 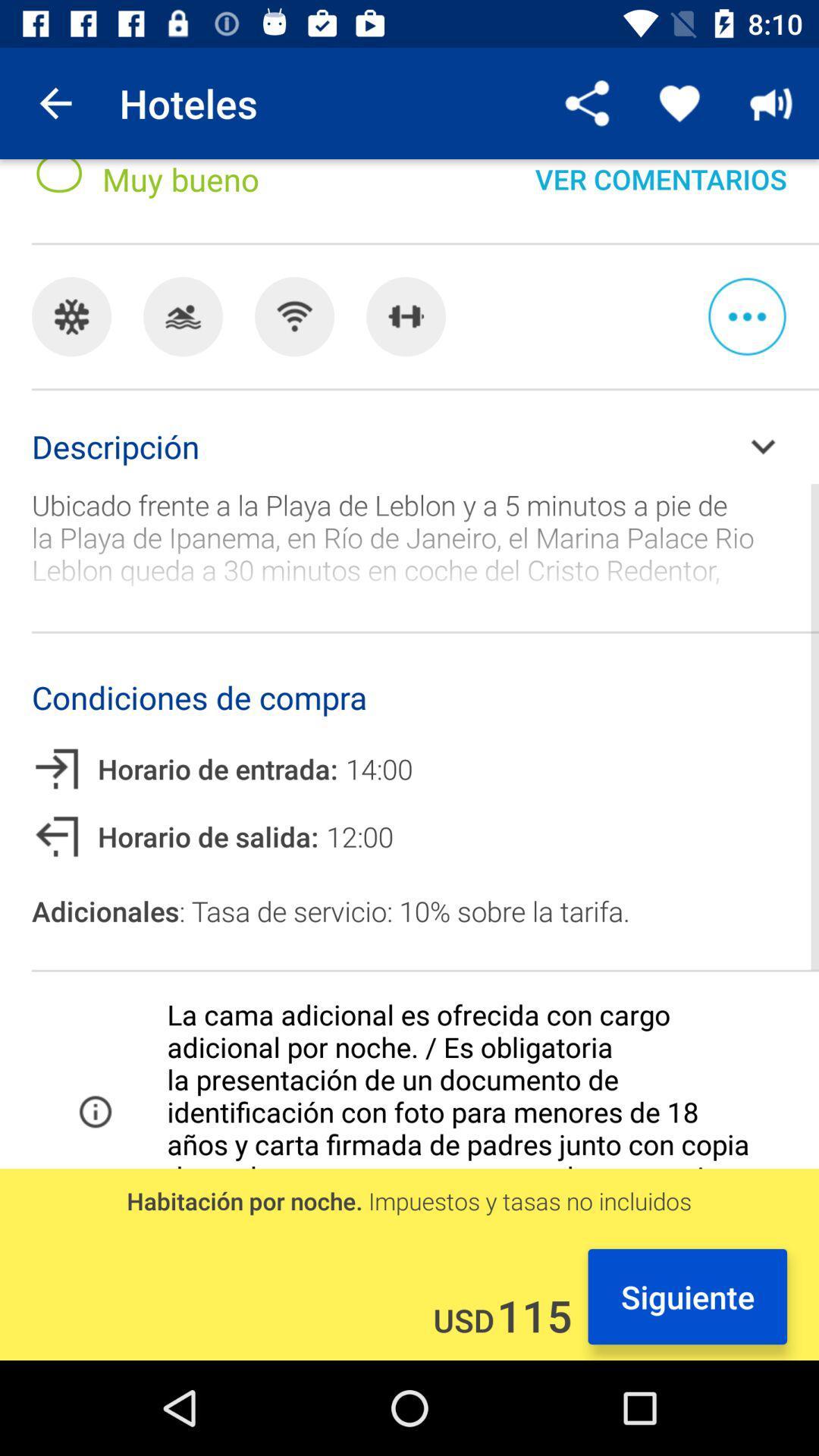 What do you see at coordinates (660, 192) in the screenshot?
I see `ver comentarios icon` at bounding box center [660, 192].